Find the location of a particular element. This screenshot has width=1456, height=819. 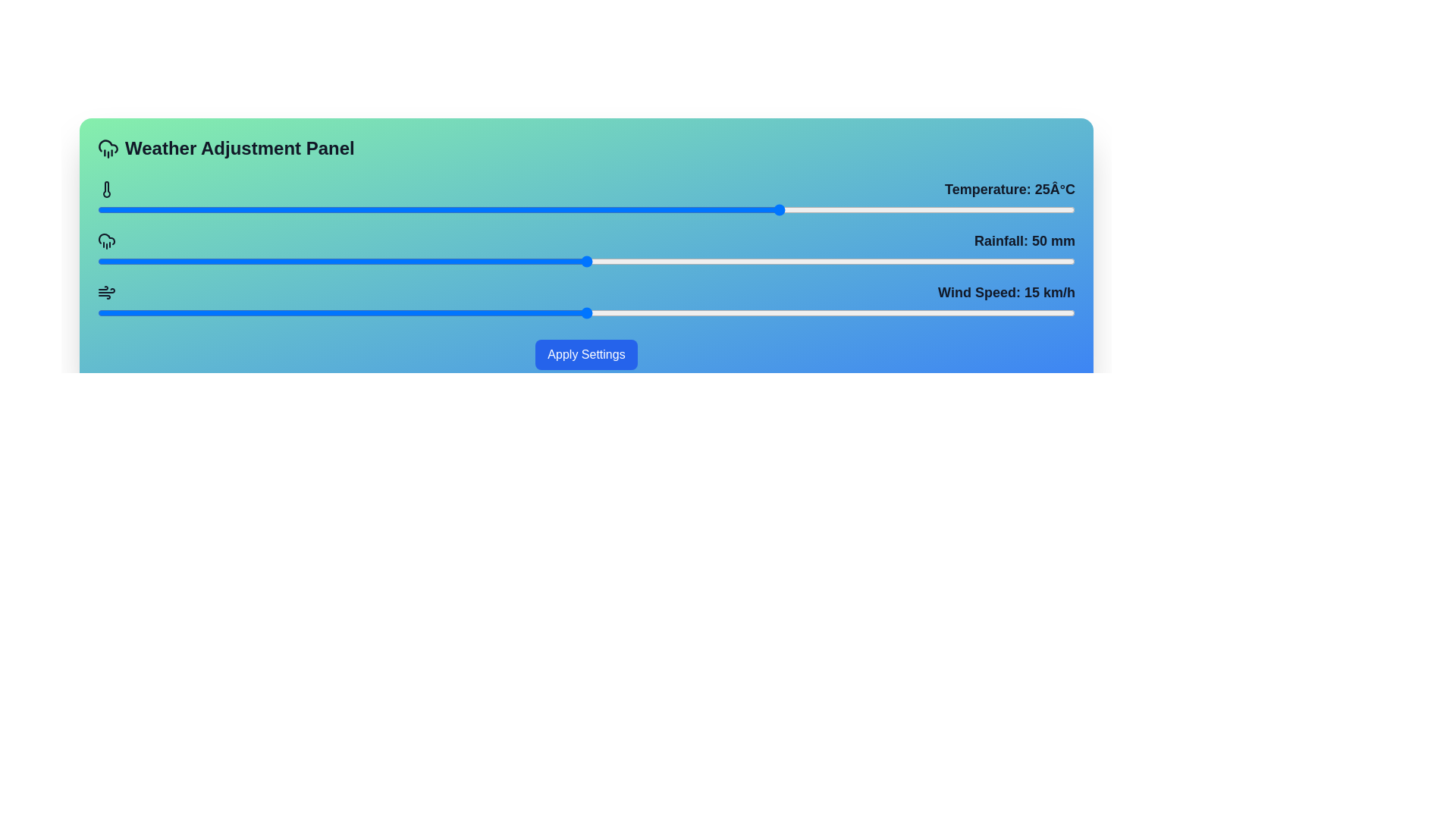

the slider knob of the 'Rainfall: 50 mm' range slider is located at coordinates (585, 249).